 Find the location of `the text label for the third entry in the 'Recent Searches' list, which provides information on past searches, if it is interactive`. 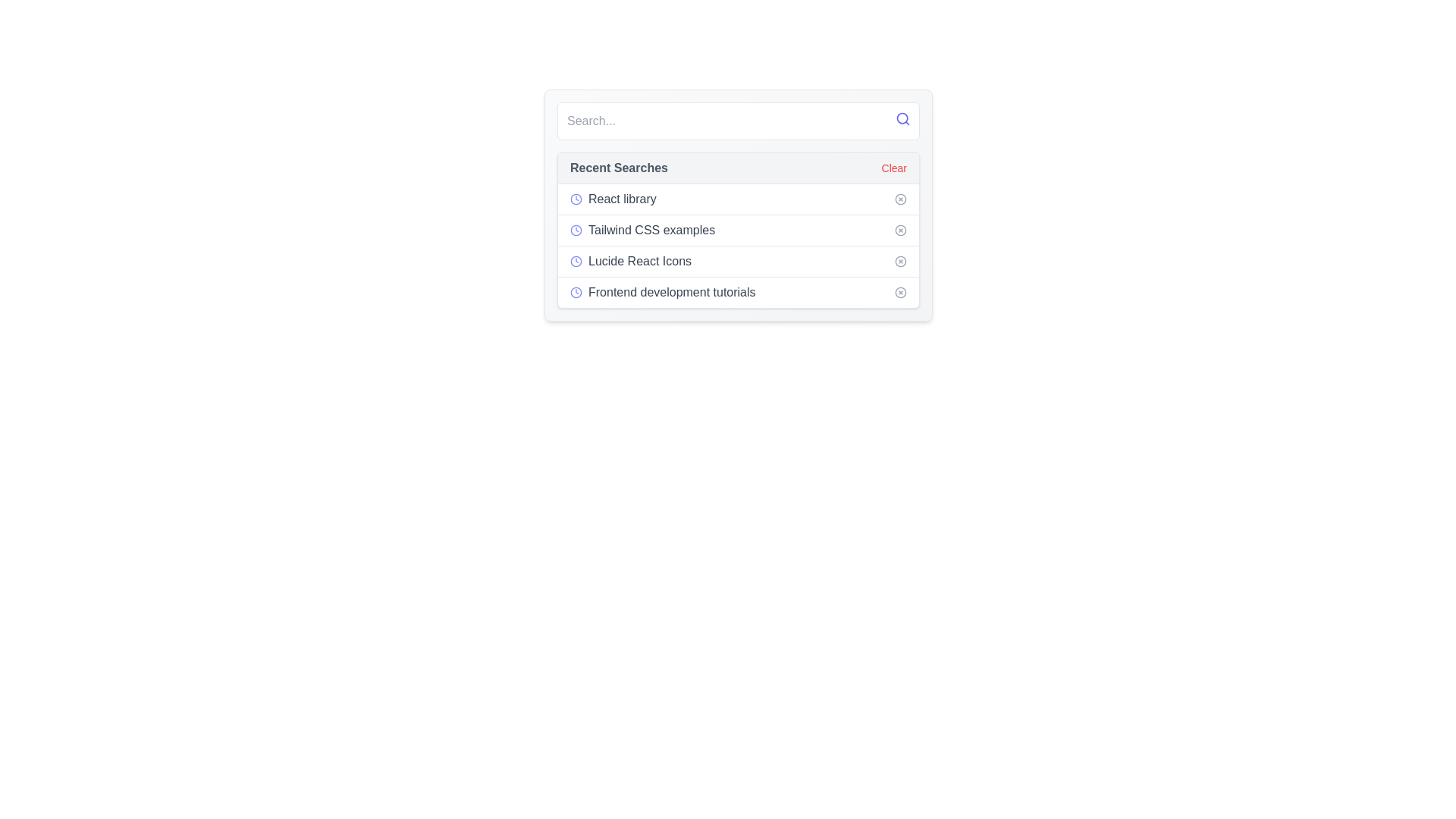

the text label for the third entry in the 'Recent Searches' list, which provides information on past searches, if it is interactive is located at coordinates (640, 260).